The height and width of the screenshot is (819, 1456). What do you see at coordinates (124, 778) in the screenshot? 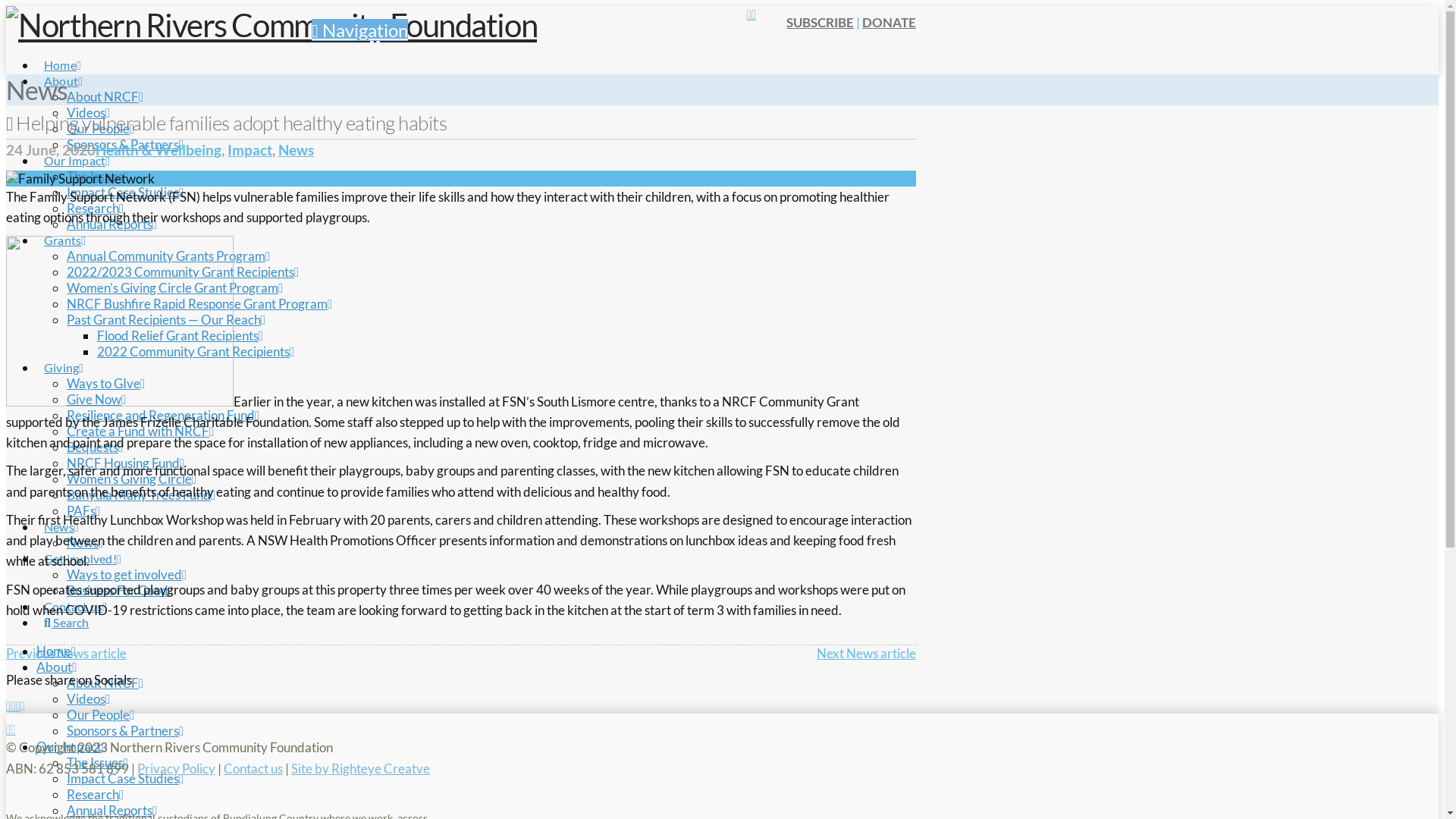
I see `'Impact Case Studies'` at bounding box center [124, 778].